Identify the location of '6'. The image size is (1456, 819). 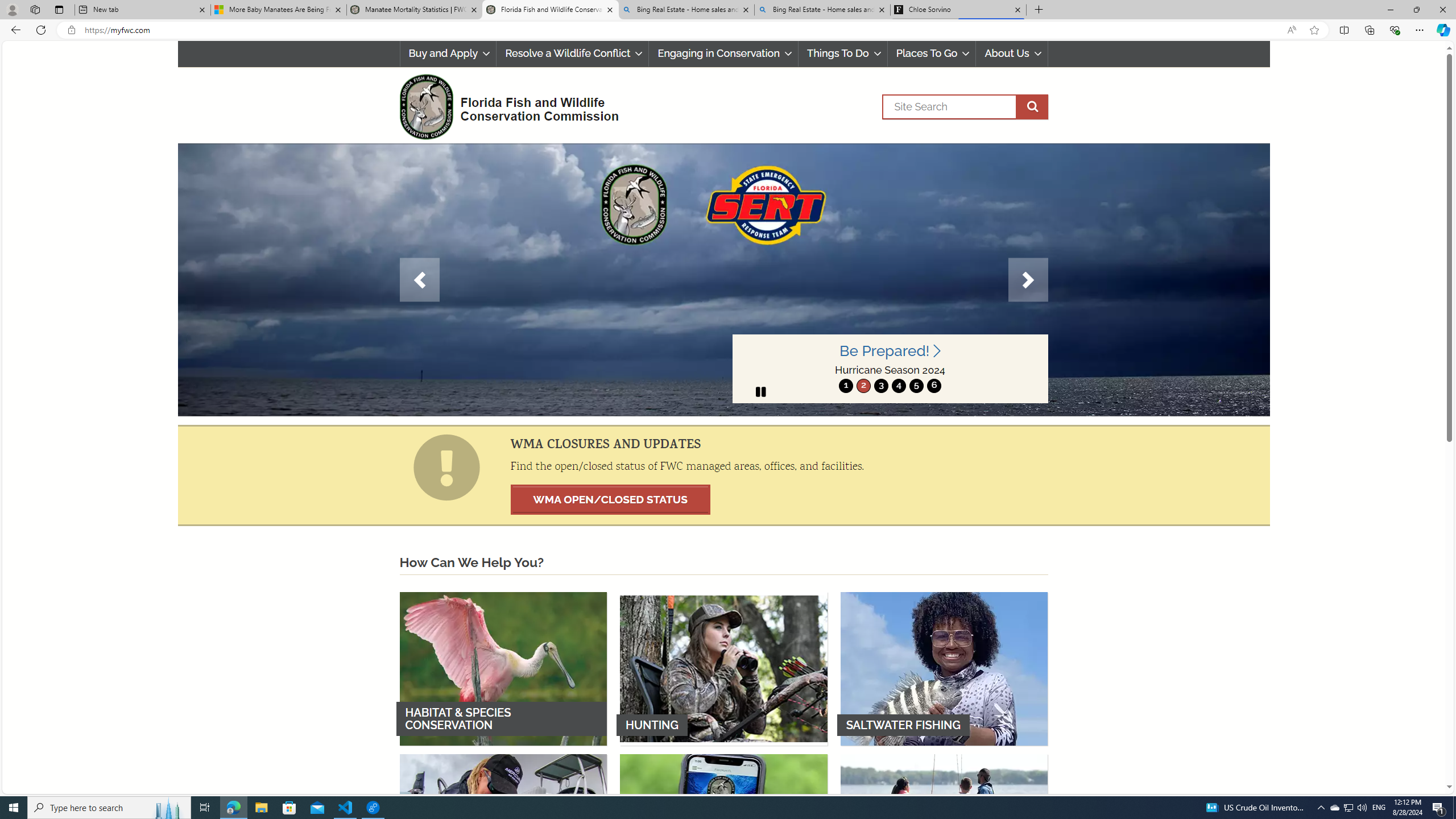
(934, 385).